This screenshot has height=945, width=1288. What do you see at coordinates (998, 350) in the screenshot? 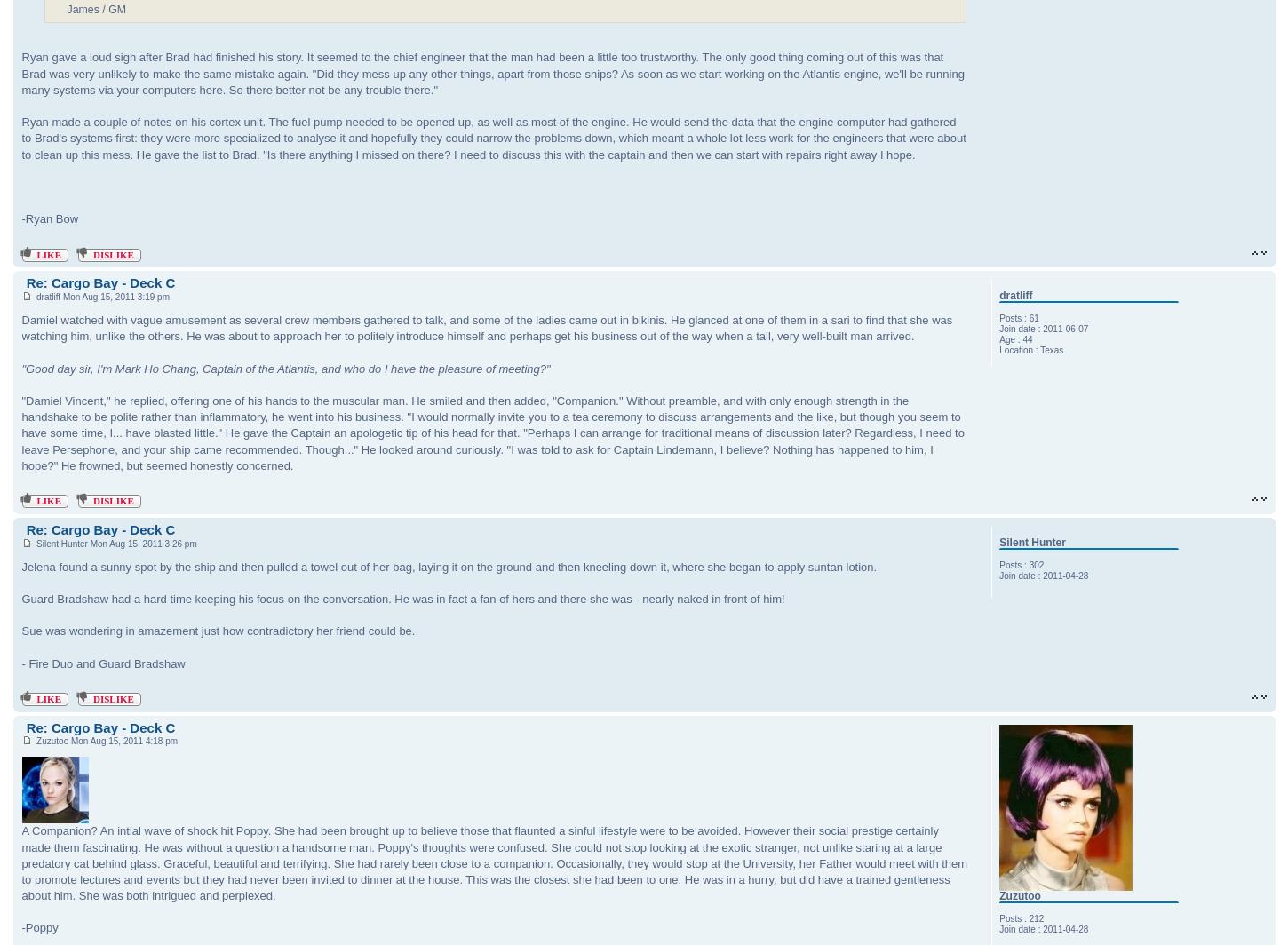
I see `'Location'` at bounding box center [998, 350].